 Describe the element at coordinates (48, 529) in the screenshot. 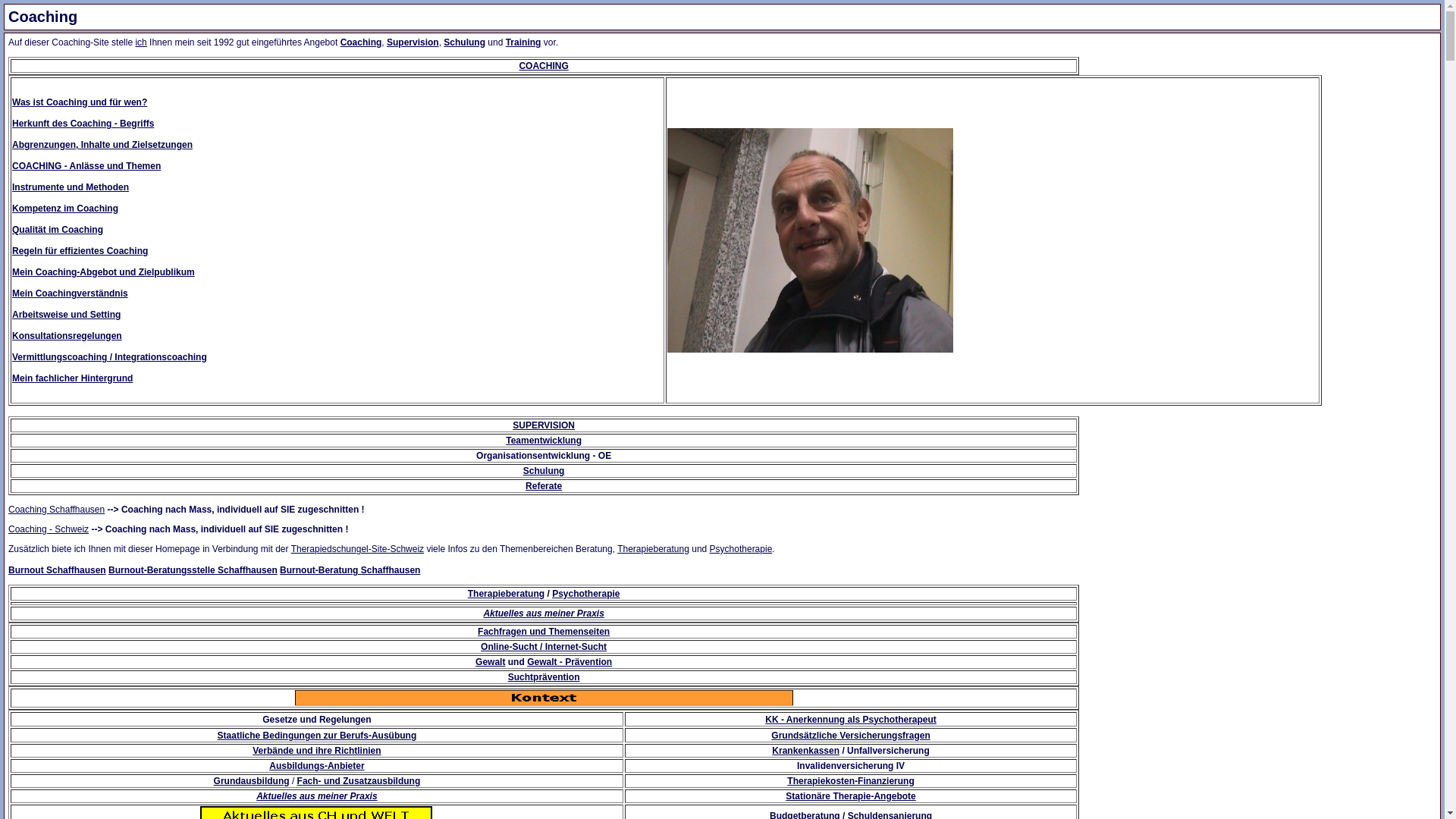

I see `'Coaching - Schweiz'` at that location.